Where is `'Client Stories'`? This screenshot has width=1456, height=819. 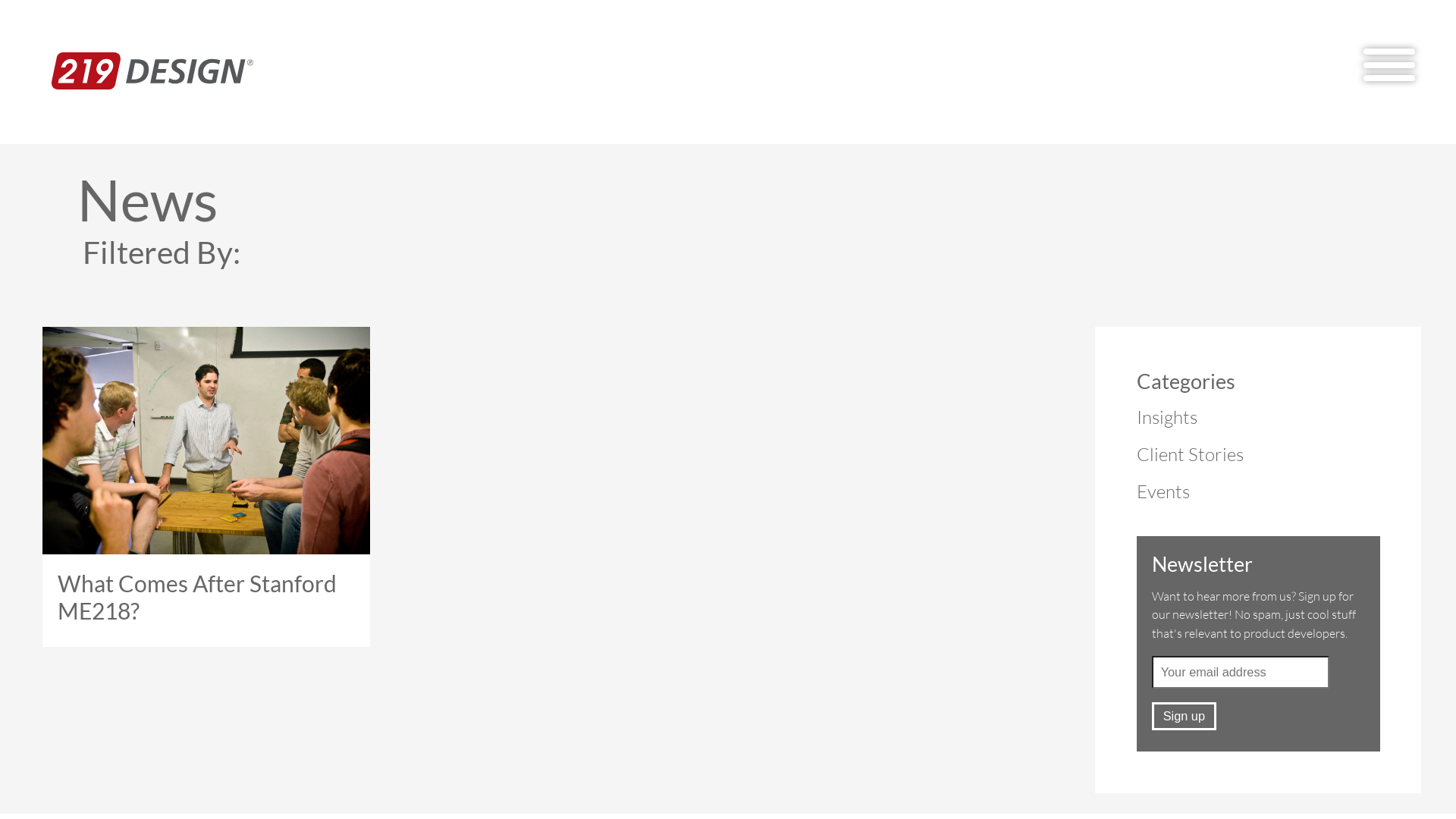 'Client Stories' is located at coordinates (1189, 453).